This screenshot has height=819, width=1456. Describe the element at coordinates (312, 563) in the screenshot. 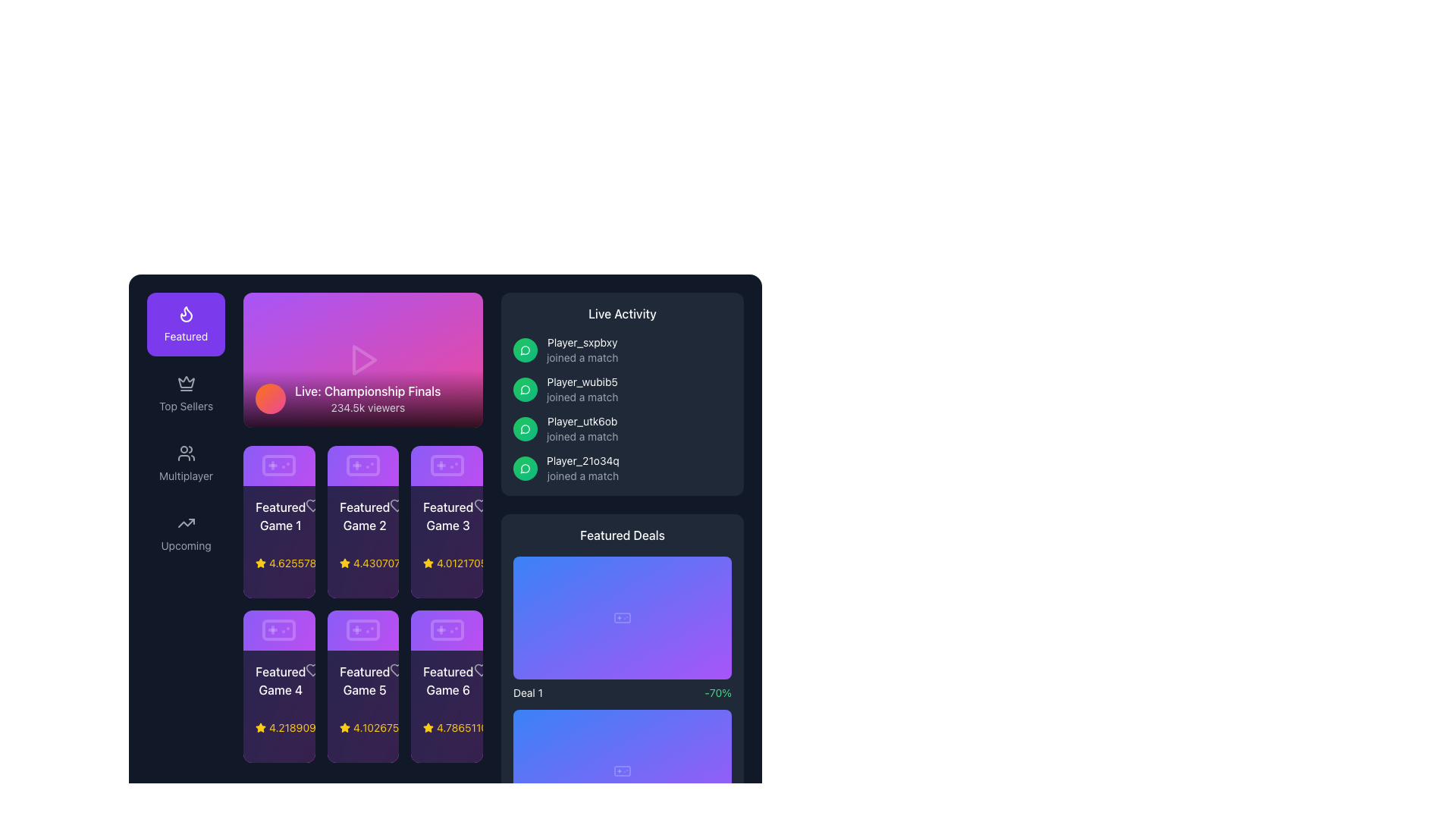

I see `the leftmost Rating Indicator located below the 'Featured Game 1' card in the 'Featured' section` at that location.